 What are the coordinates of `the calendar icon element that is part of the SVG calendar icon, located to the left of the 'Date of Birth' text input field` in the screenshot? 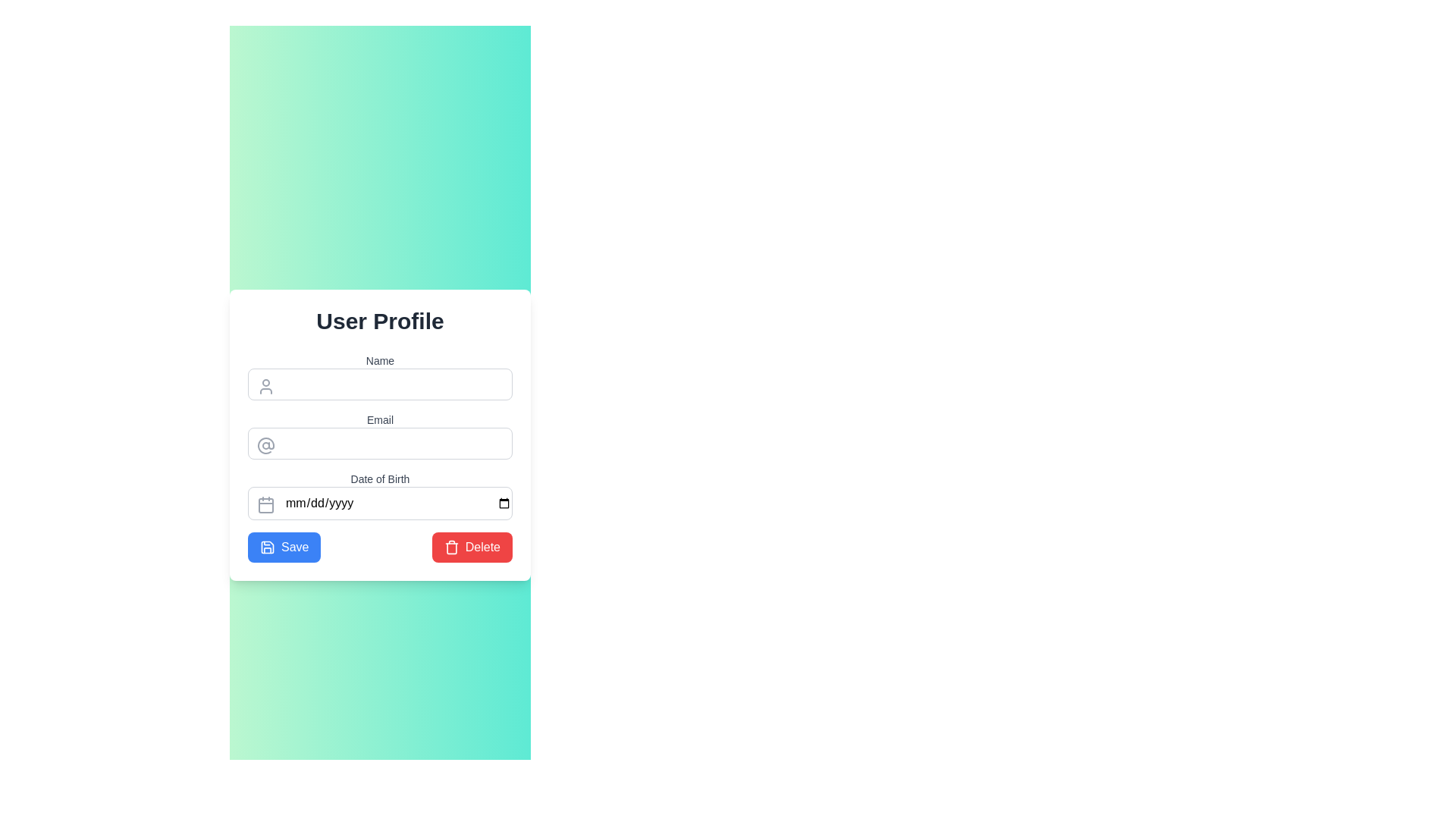 It's located at (265, 506).